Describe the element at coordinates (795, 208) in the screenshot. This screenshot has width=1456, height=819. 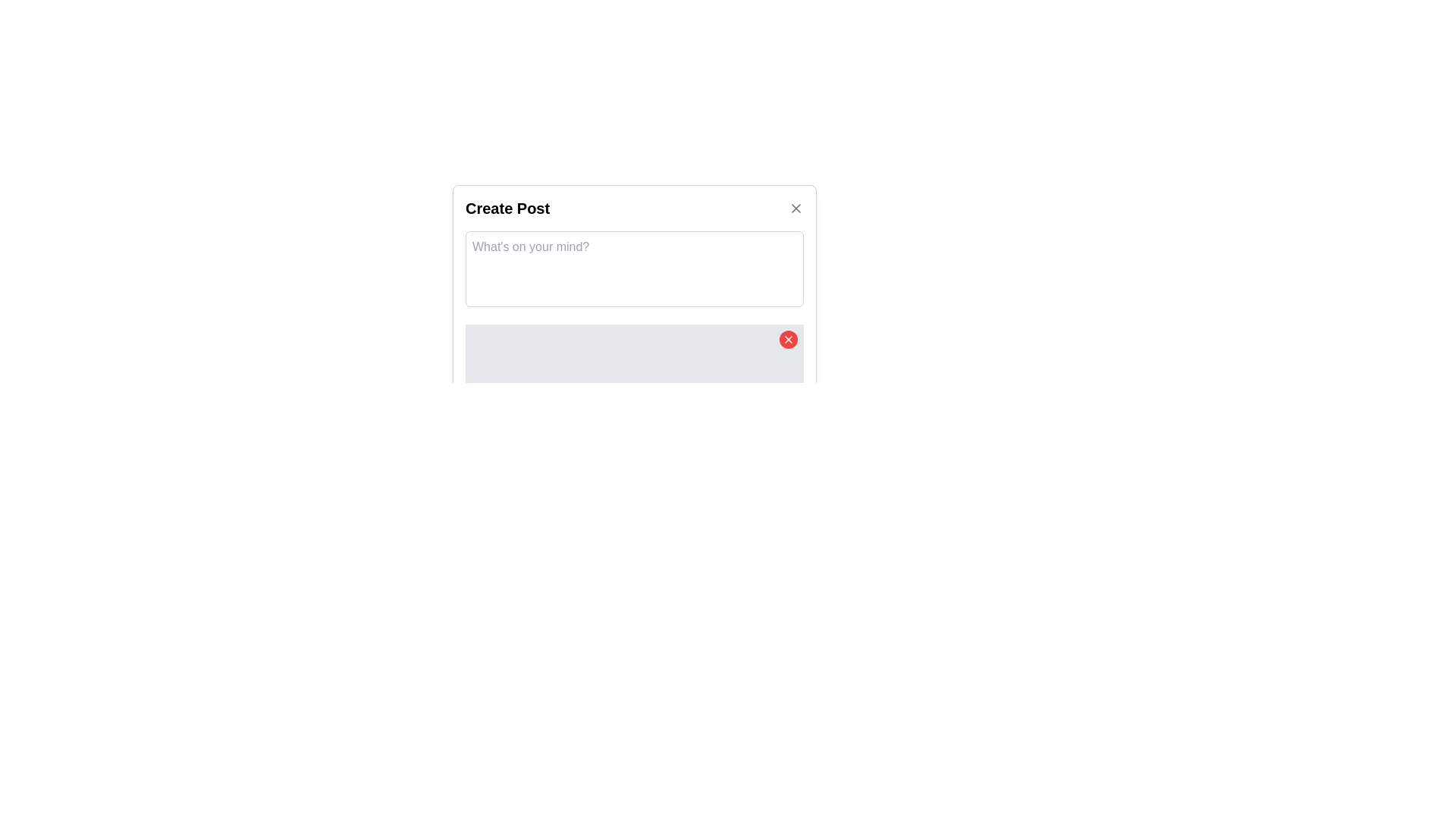
I see `the gray 'X' close icon in the top-right corner of the 'Create Post' header` at that location.